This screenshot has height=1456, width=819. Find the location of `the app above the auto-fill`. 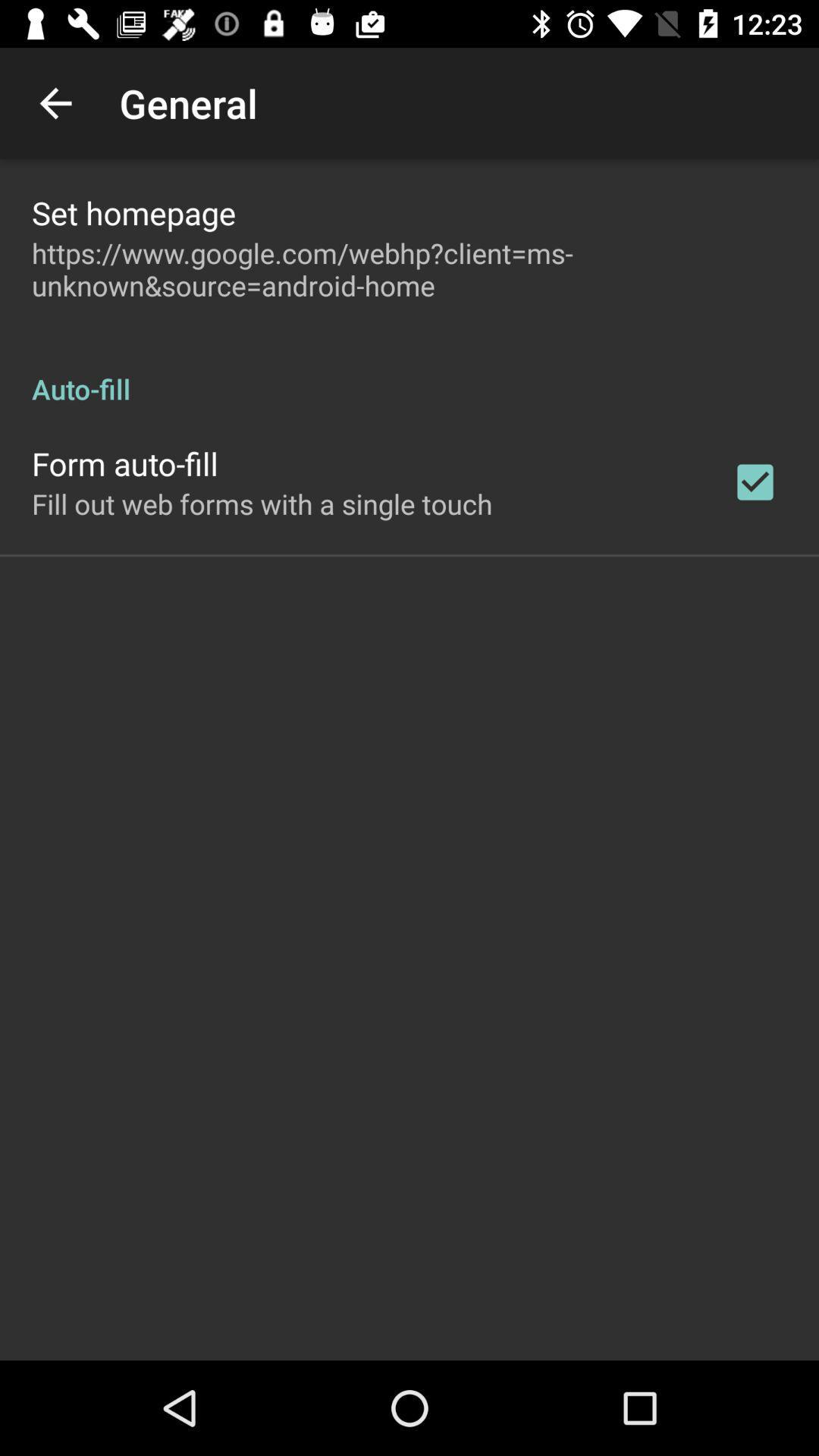

the app above the auto-fill is located at coordinates (409, 269).